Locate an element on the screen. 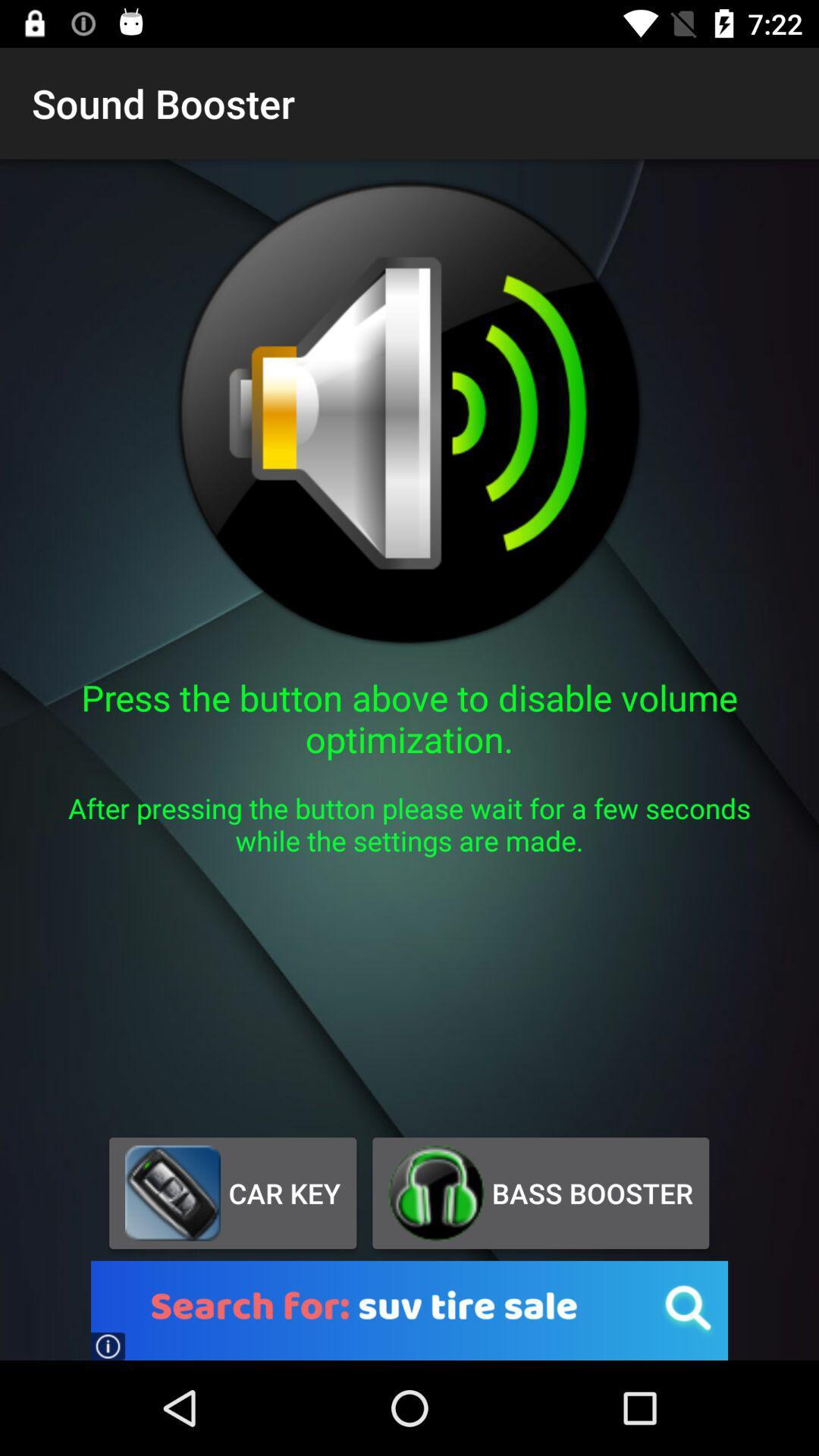 The image size is (819, 1456). car key icon is located at coordinates (233, 1192).